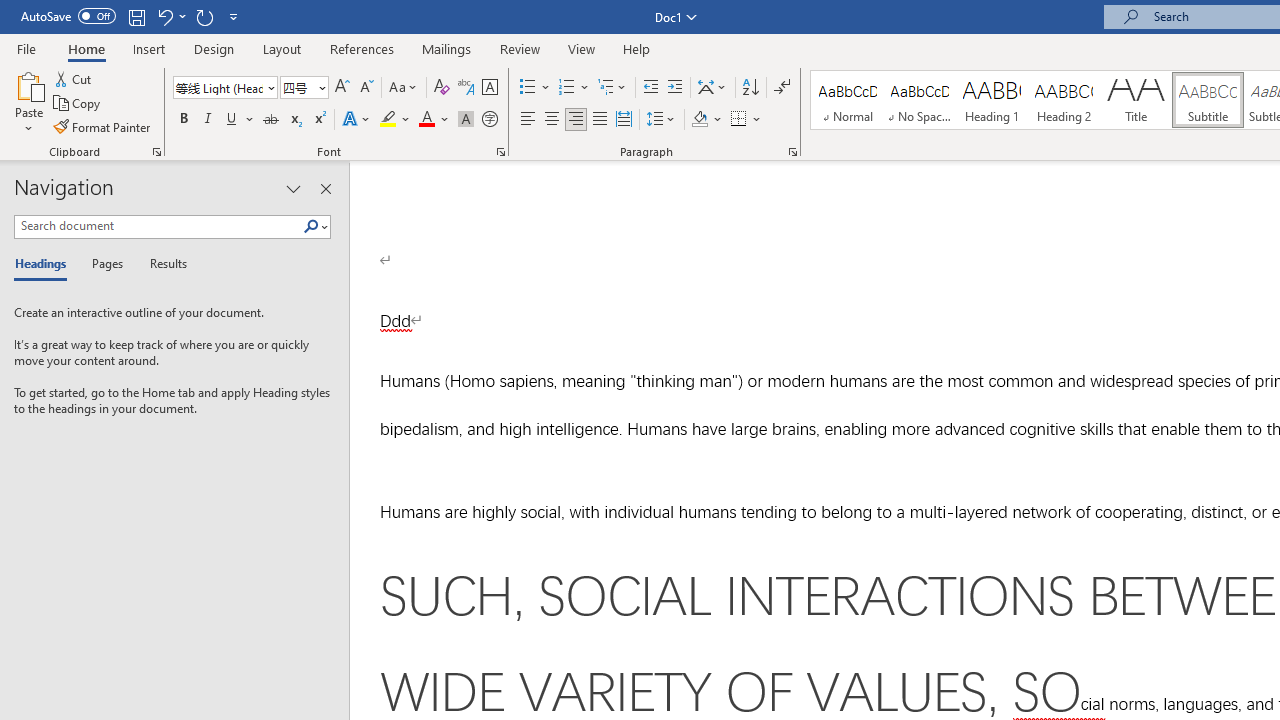  I want to click on 'Paragraph...', so click(791, 150).